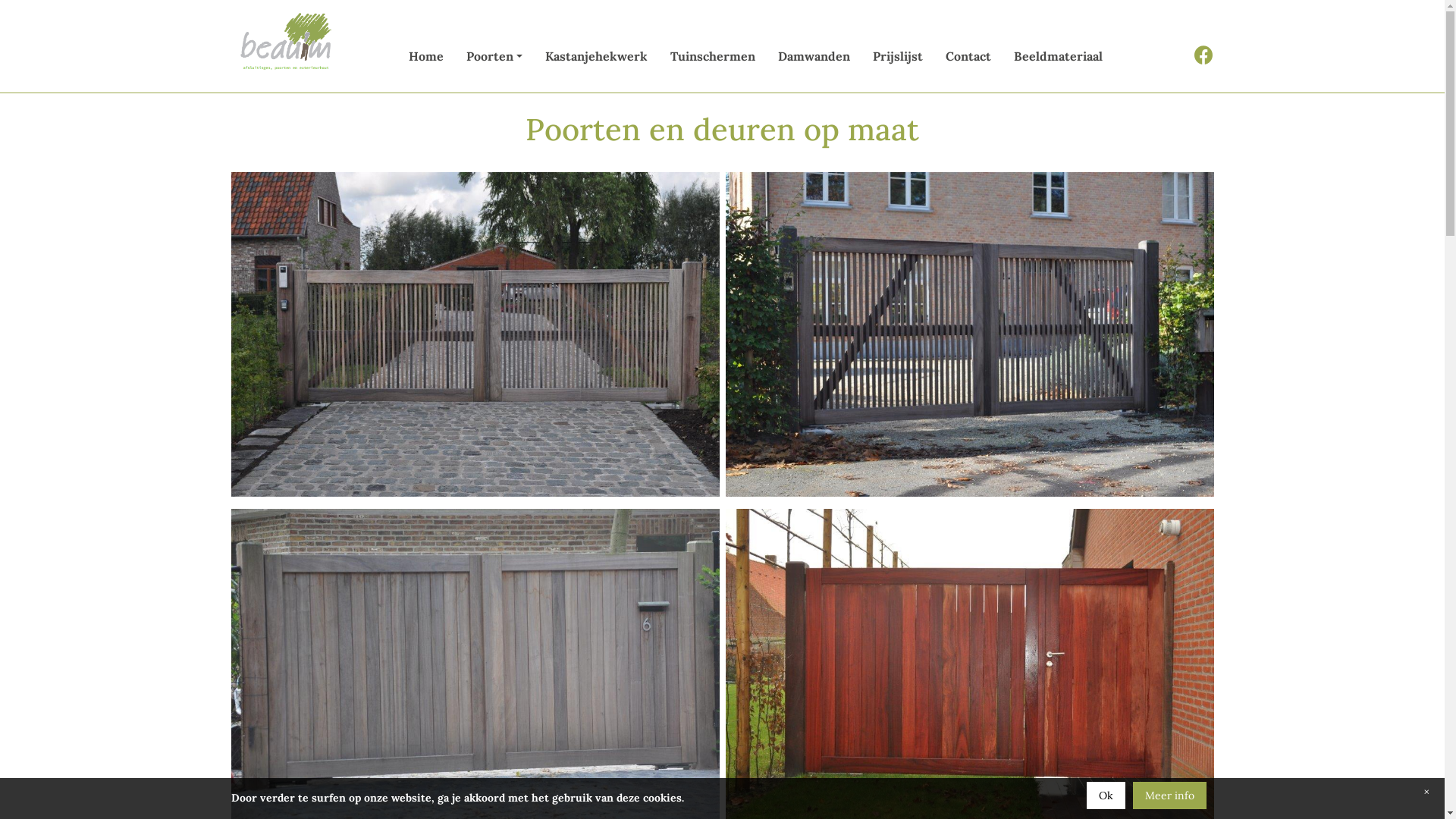 This screenshot has width=1456, height=819. I want to click on 'Tuinschermen', so click(712, 55).